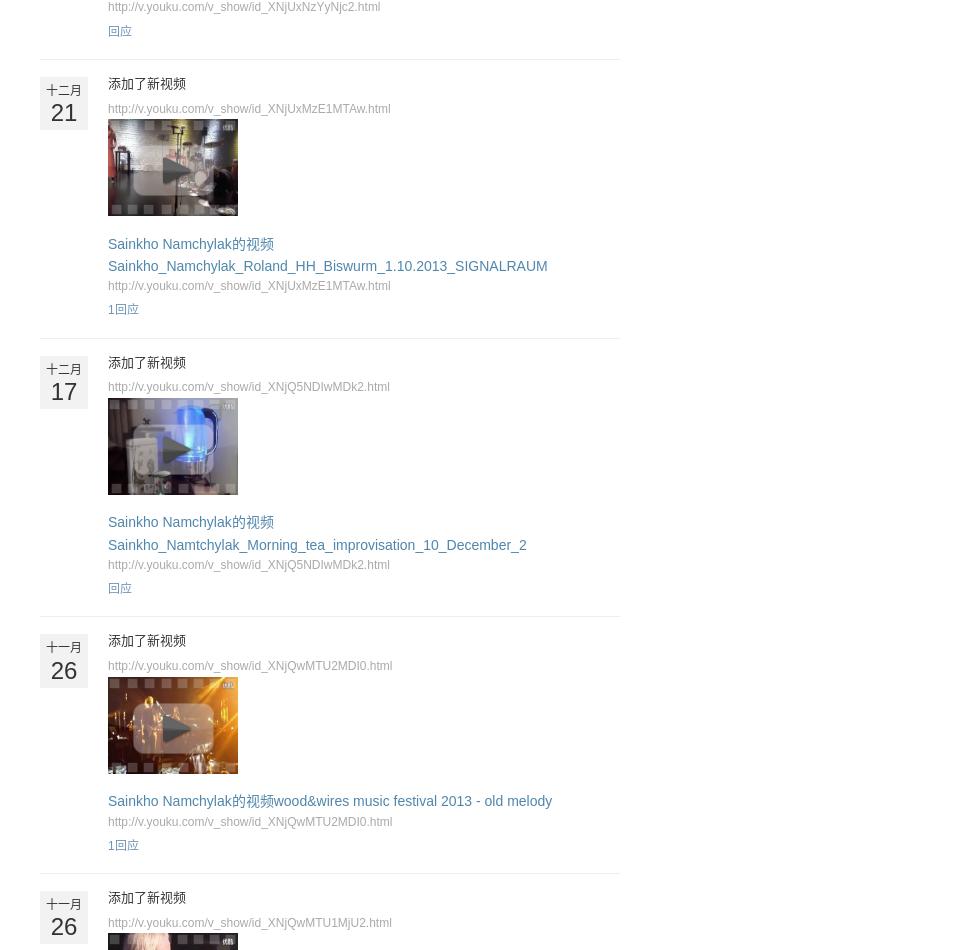 Image resolution: width=960 pixels, height=950 pixels. I want to click on 'Sainkho Namchylak的视频Sainkho_Namchylak_Roland_HH_Biswurm_1.10.2013_SIGNALRAUM', so click(327, 253).